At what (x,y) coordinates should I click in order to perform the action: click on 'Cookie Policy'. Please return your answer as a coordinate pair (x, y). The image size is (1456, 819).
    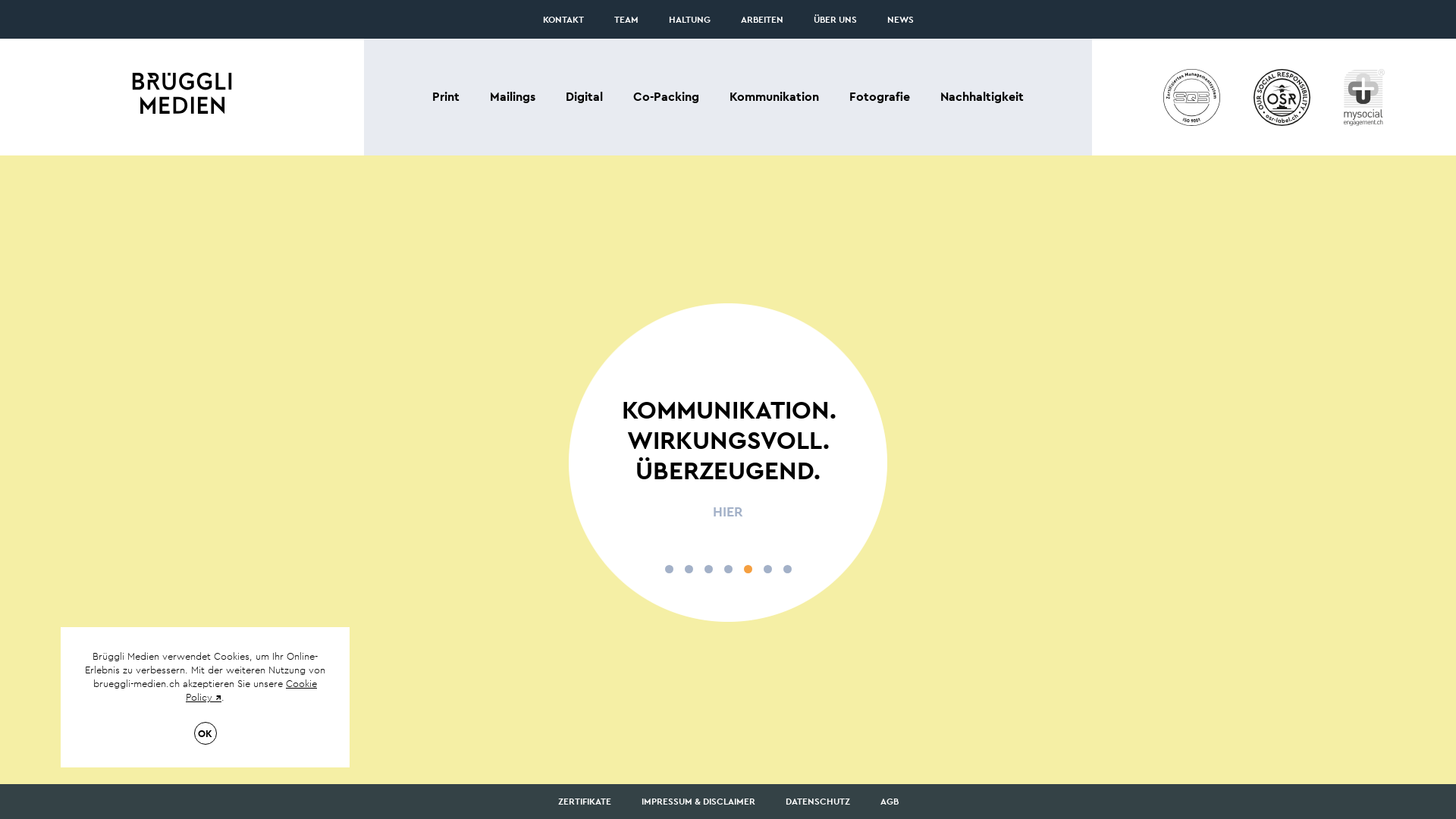
    Looking at the image, I should click on (184, 690).